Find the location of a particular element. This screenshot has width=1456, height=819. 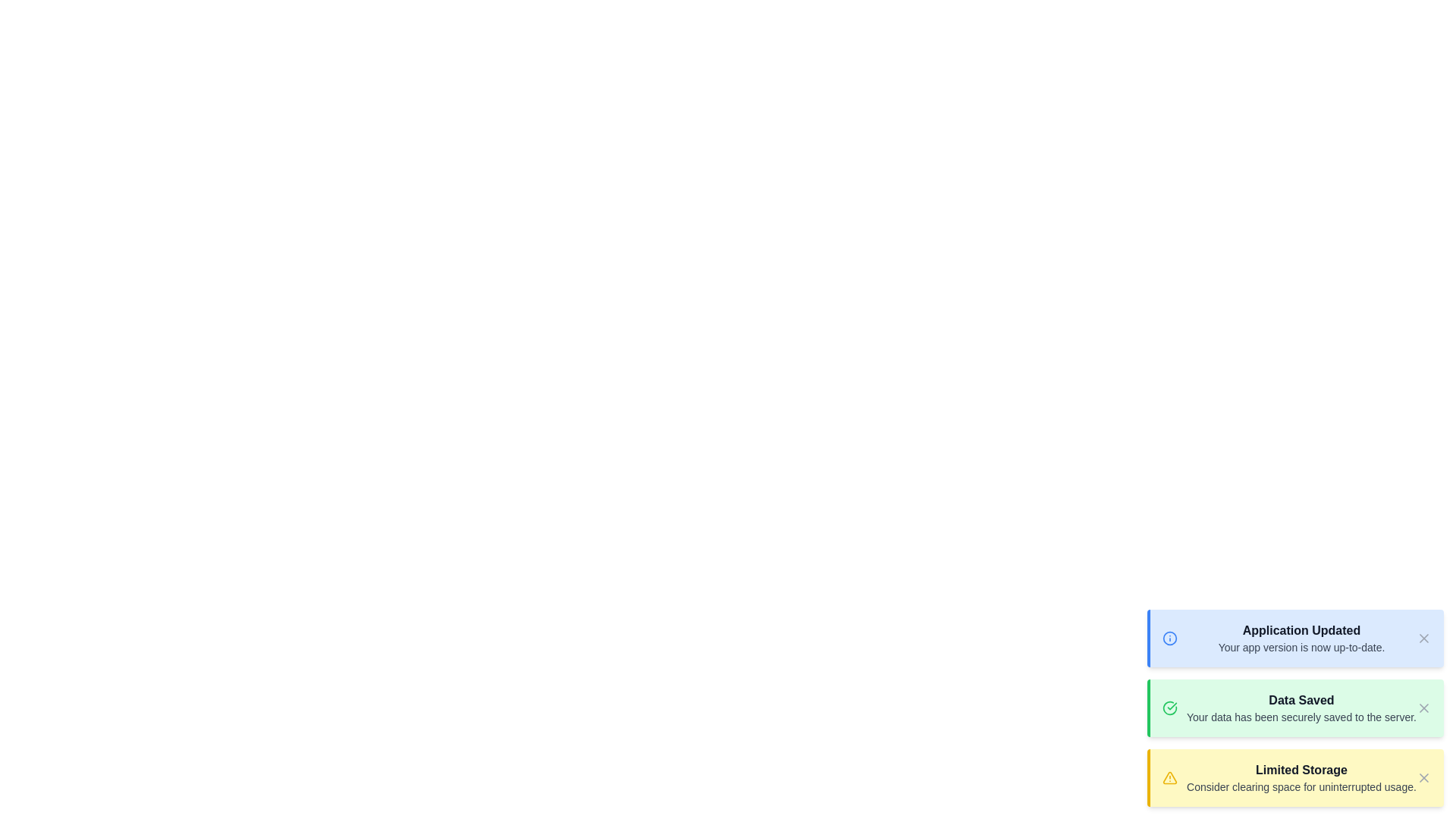

the close button of the notification with the title Limited Storage is located at coordinates (1423, 778).